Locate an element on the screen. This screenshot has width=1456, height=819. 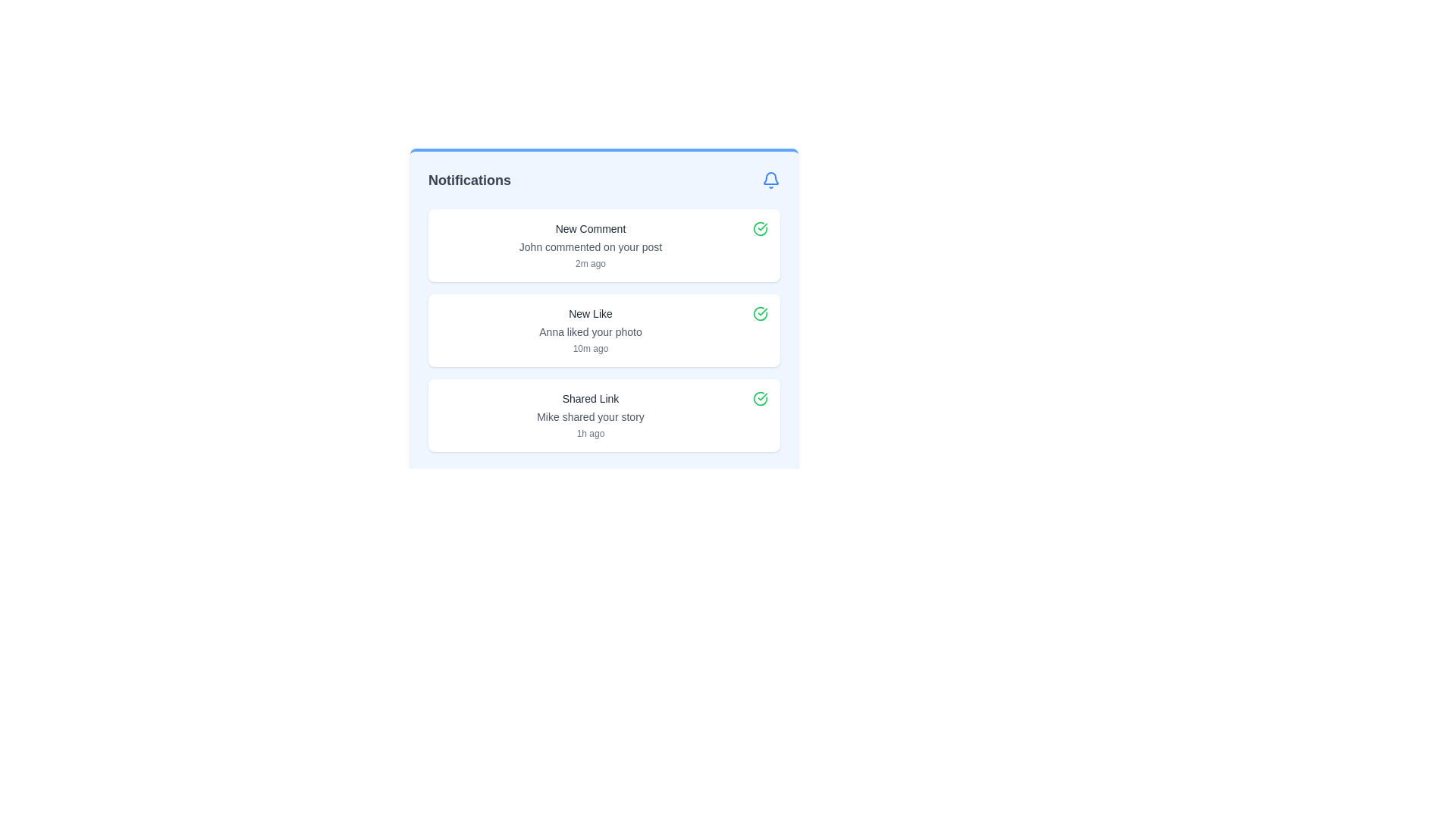
the notification item titled 'Shared Link' that informs about an action performed by 'Mike' 1 hour ago is located at coordinates (589, 415).